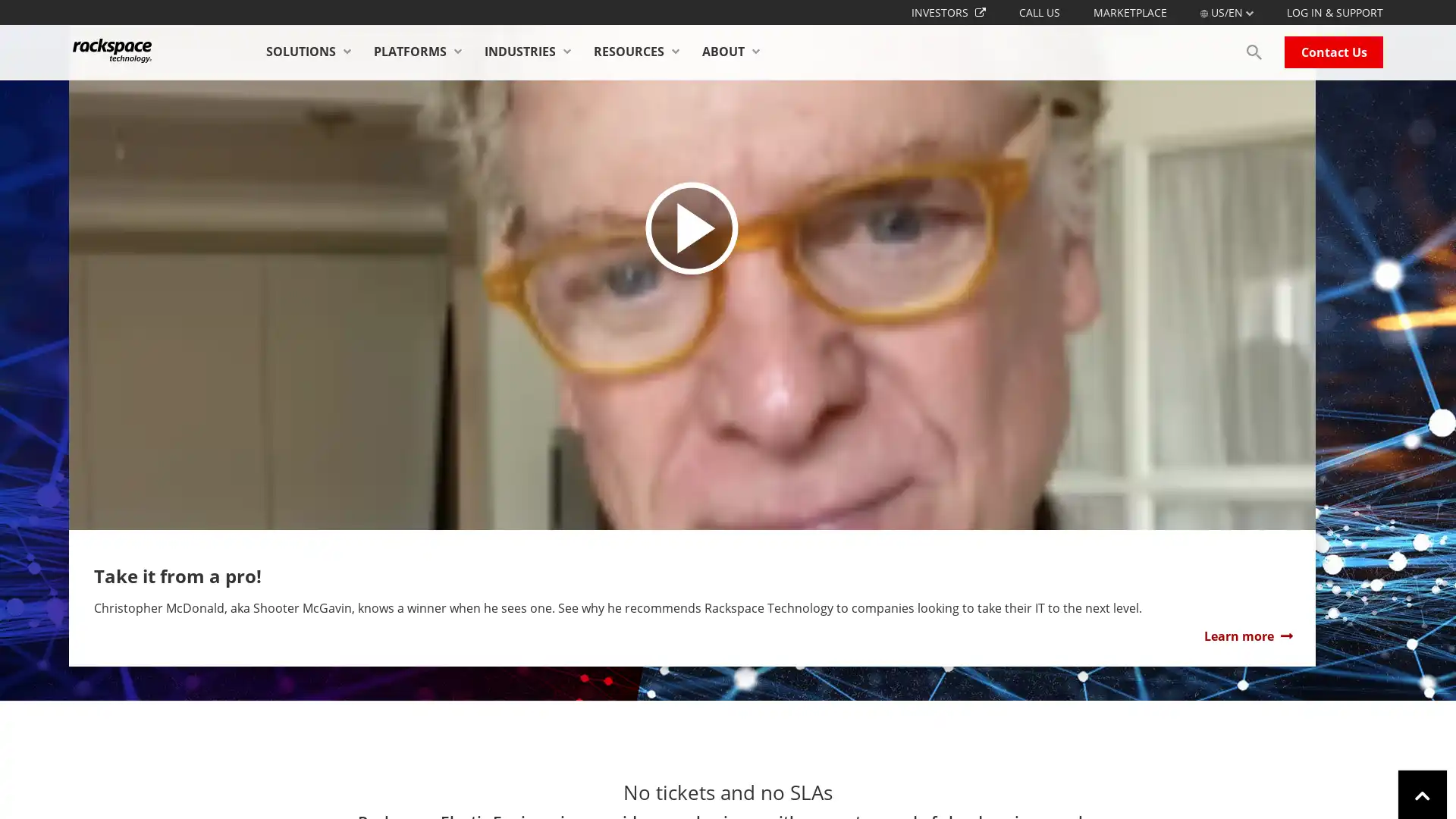 The height and width of the screenshot is (819, 1456). I want to click on Close, so click(1430, 785).